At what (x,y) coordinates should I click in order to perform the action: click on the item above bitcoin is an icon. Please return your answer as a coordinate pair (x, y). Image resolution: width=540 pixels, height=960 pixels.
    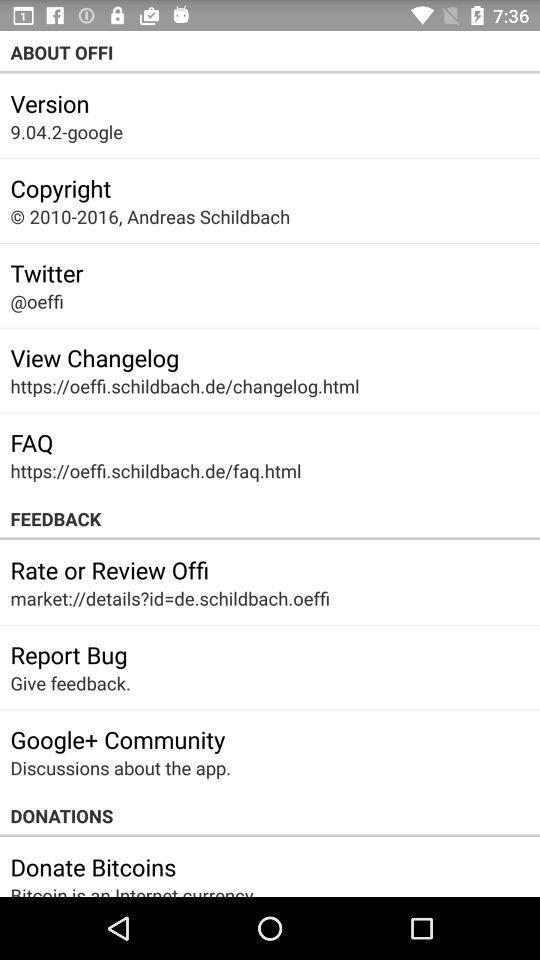
    Looking at the image, I should click on (92, 866).